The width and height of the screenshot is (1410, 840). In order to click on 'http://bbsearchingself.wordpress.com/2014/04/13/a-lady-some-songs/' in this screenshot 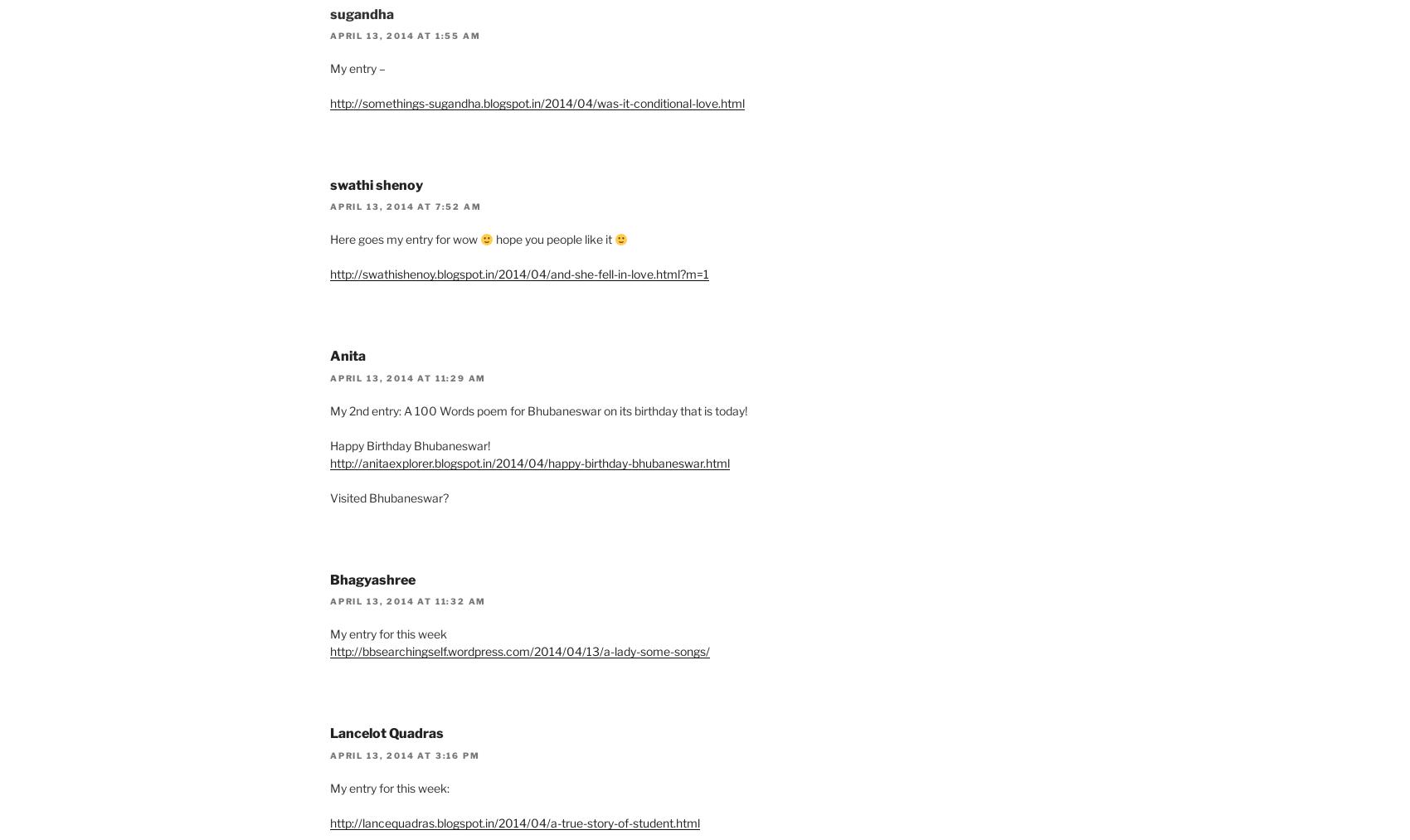, I will do `click(518, 651)`.